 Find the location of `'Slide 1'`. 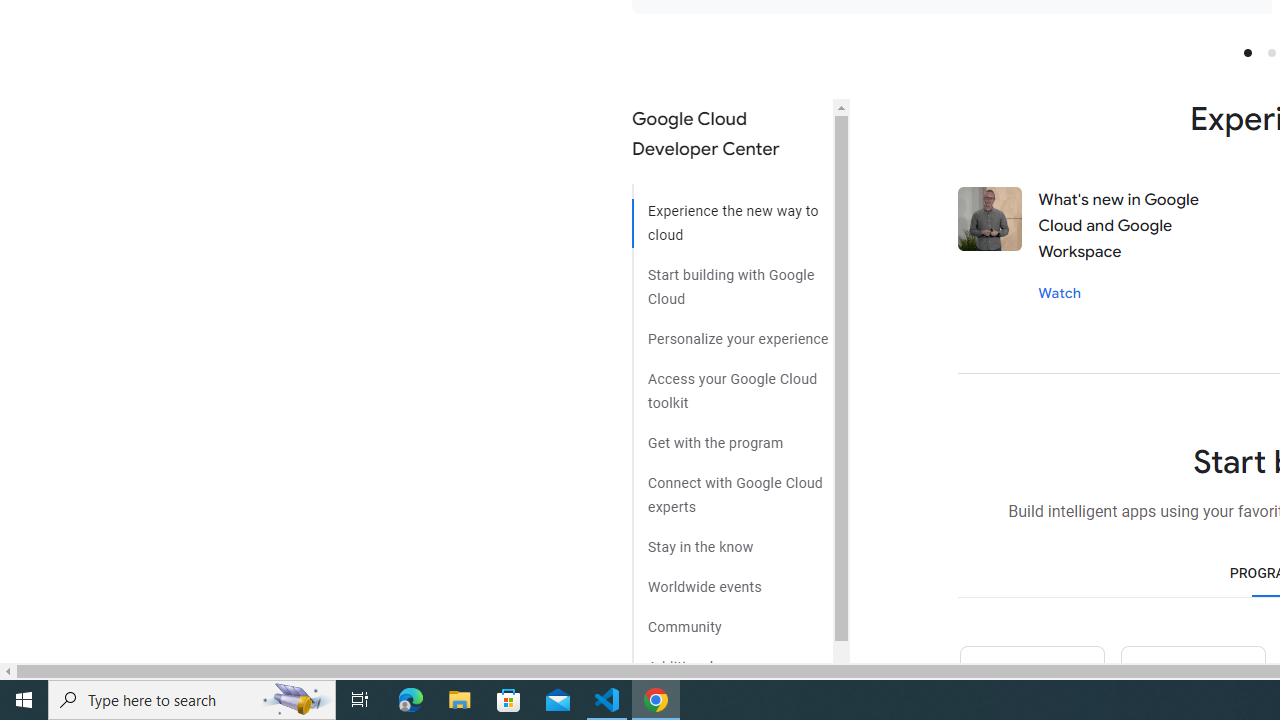

'Slide 1' is located at coordinates (1246, 51).